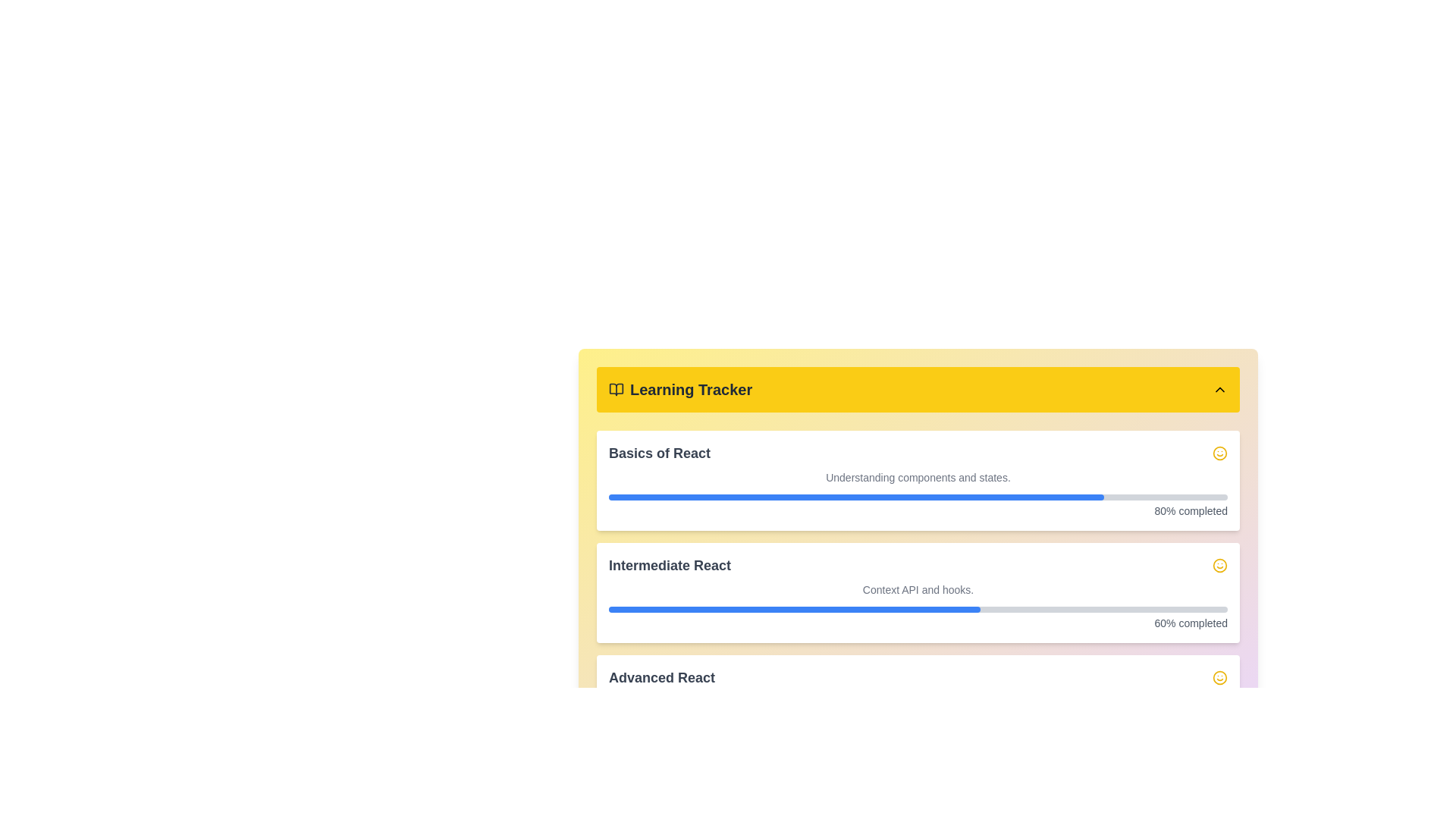 The height and width of the screenshot is (819, 1456). I want to click on the 'Intermediate React' learning module card, which is the second card in the vertical list of three cards under the 'Learning Tracker' section, so click(917, 592).